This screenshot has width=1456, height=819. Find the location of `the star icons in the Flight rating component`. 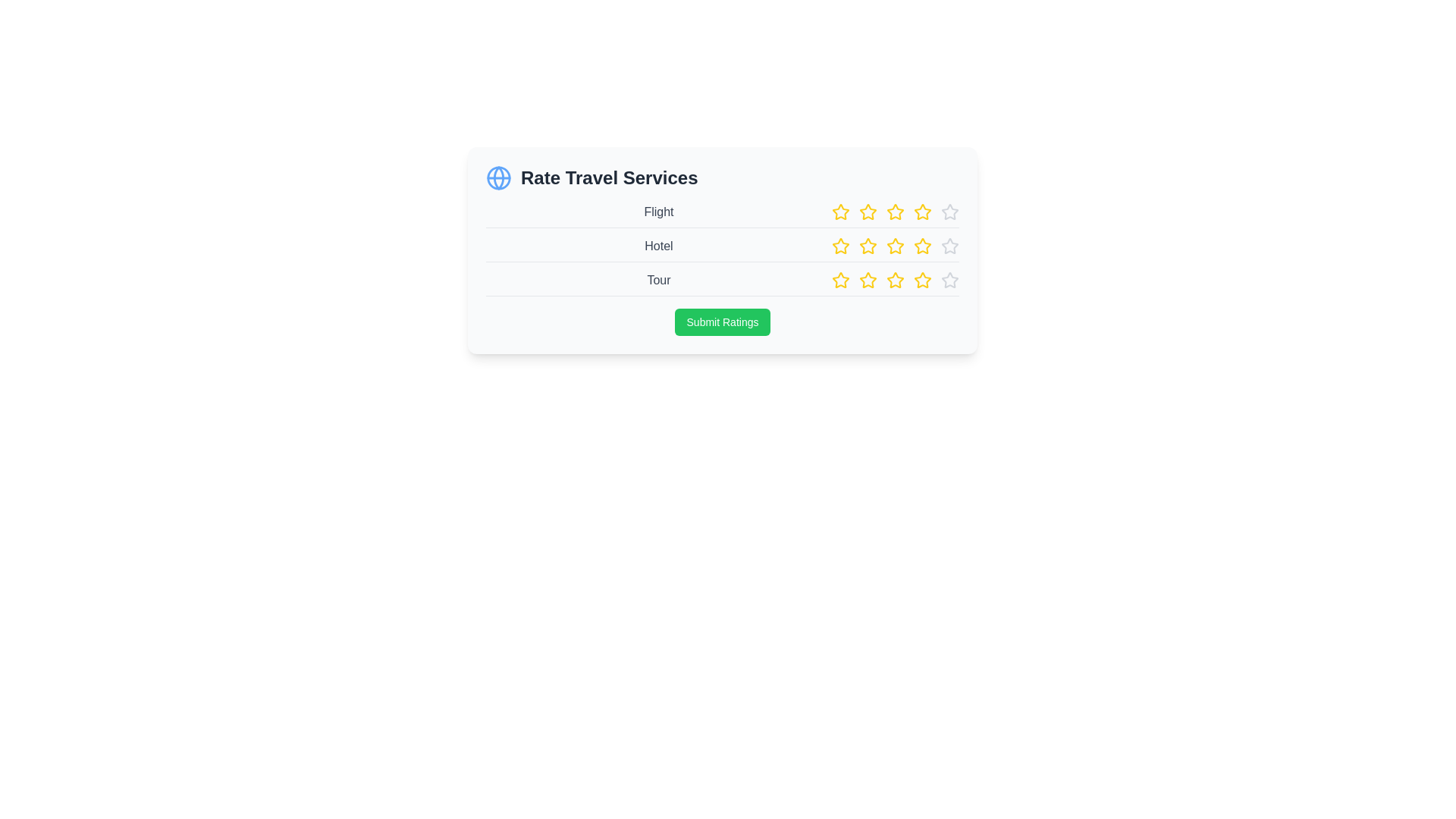

the star icons in the Flight rating component is located at coordinates (722, 215).